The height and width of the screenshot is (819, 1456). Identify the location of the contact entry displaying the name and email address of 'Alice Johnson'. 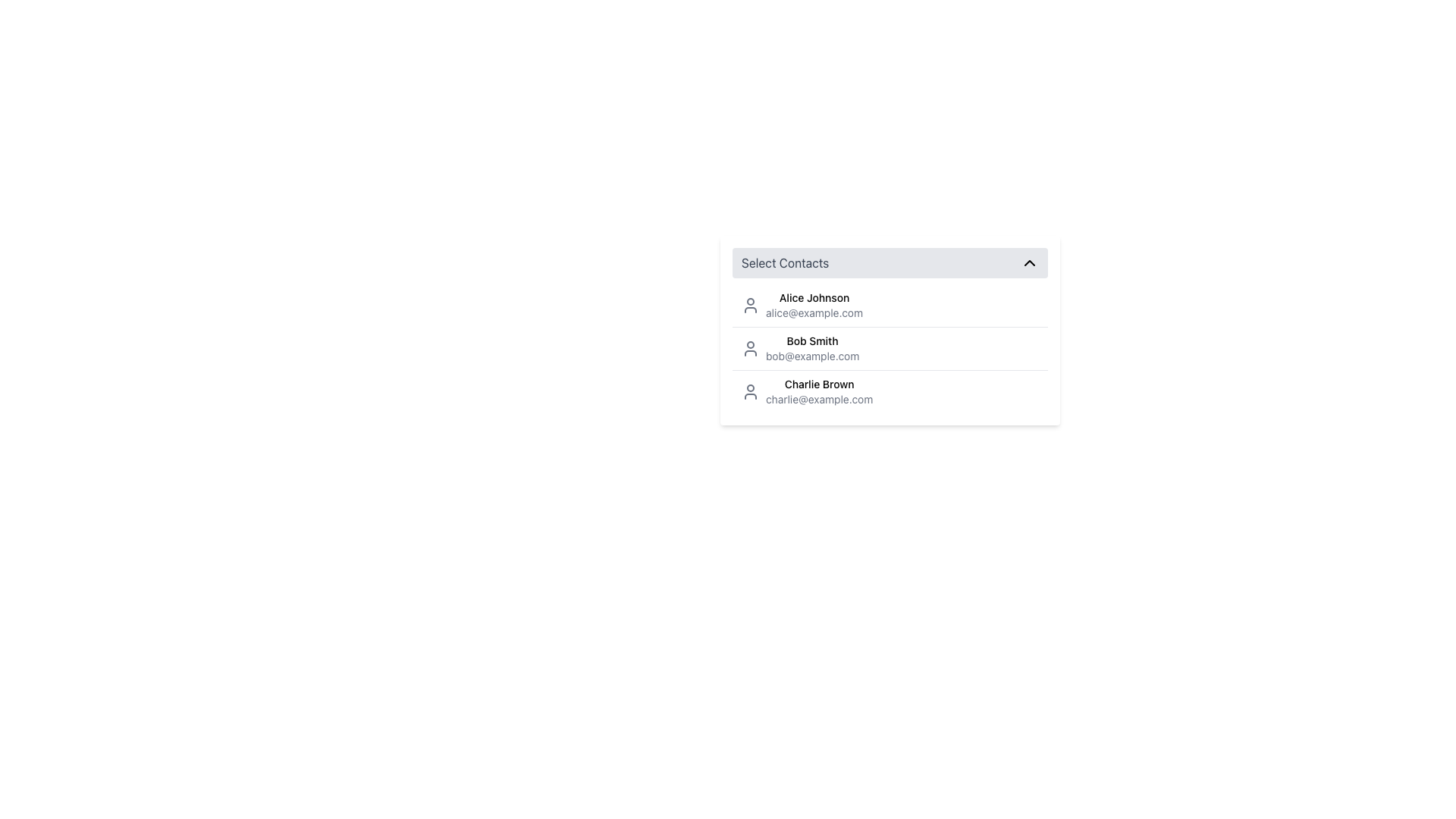
(814, 305).